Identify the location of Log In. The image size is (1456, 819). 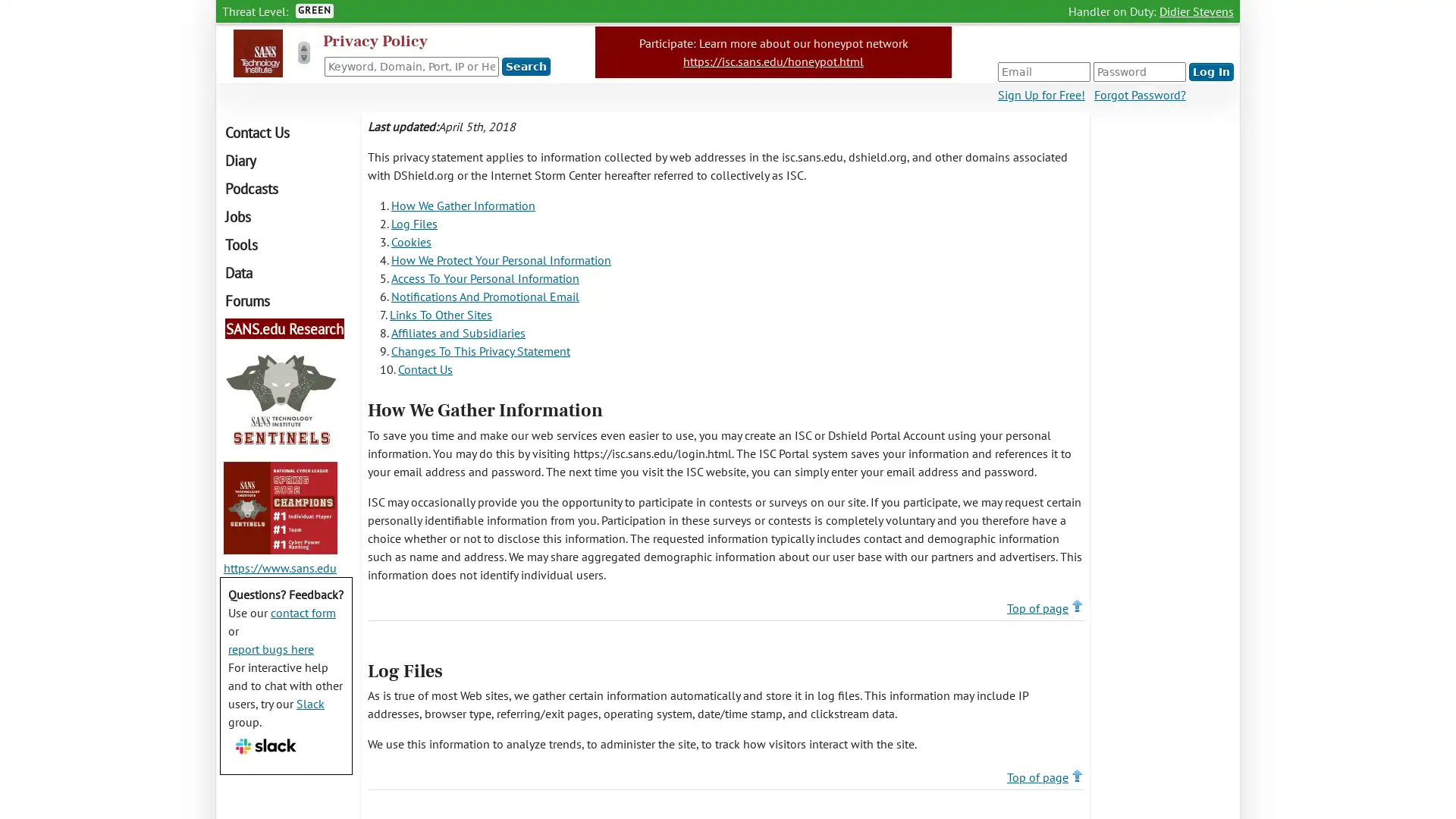
(1210, 72).